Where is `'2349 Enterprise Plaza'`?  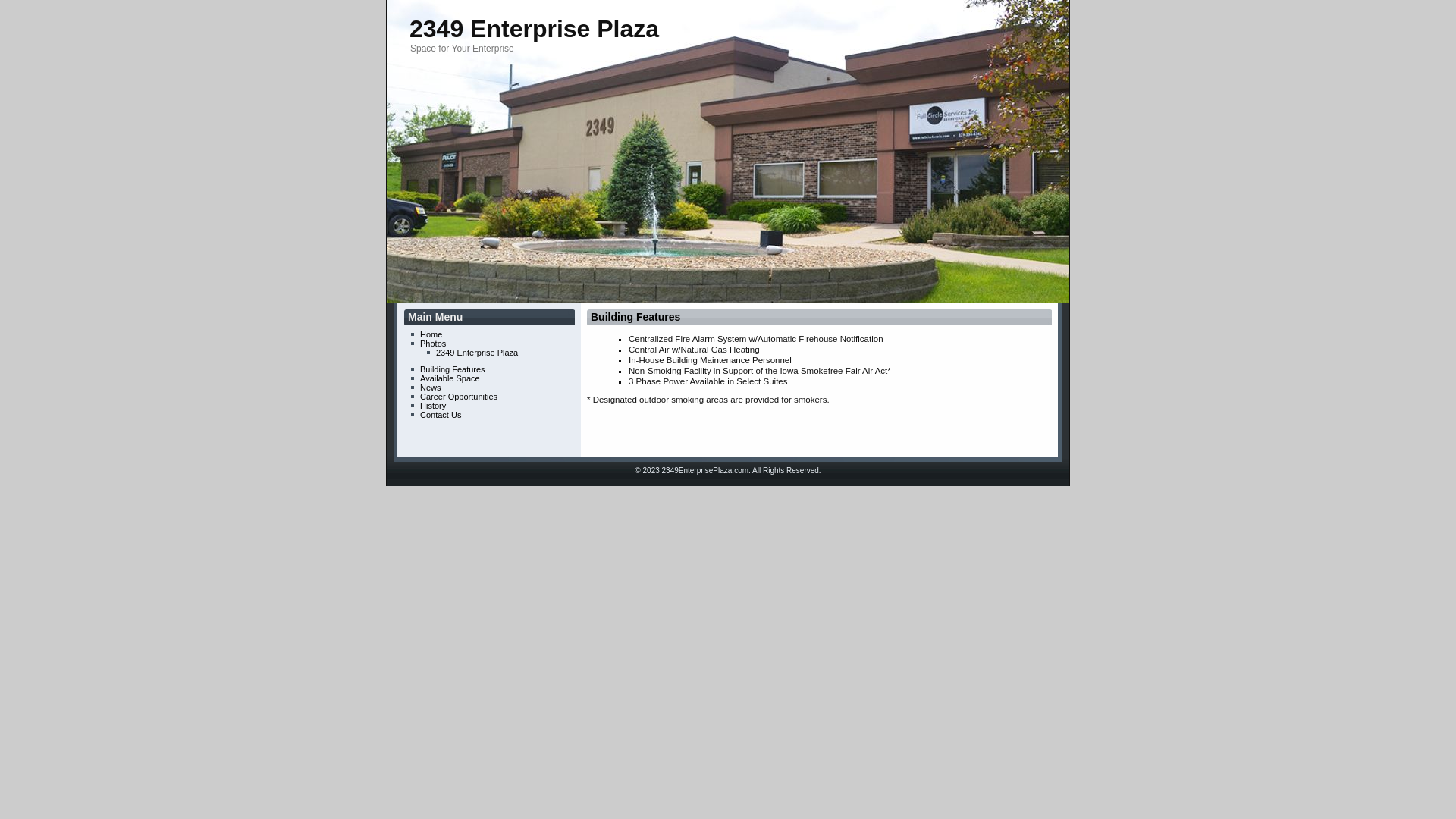 '2349 Enterprise Plaza' is located at coordinates (475, 353).